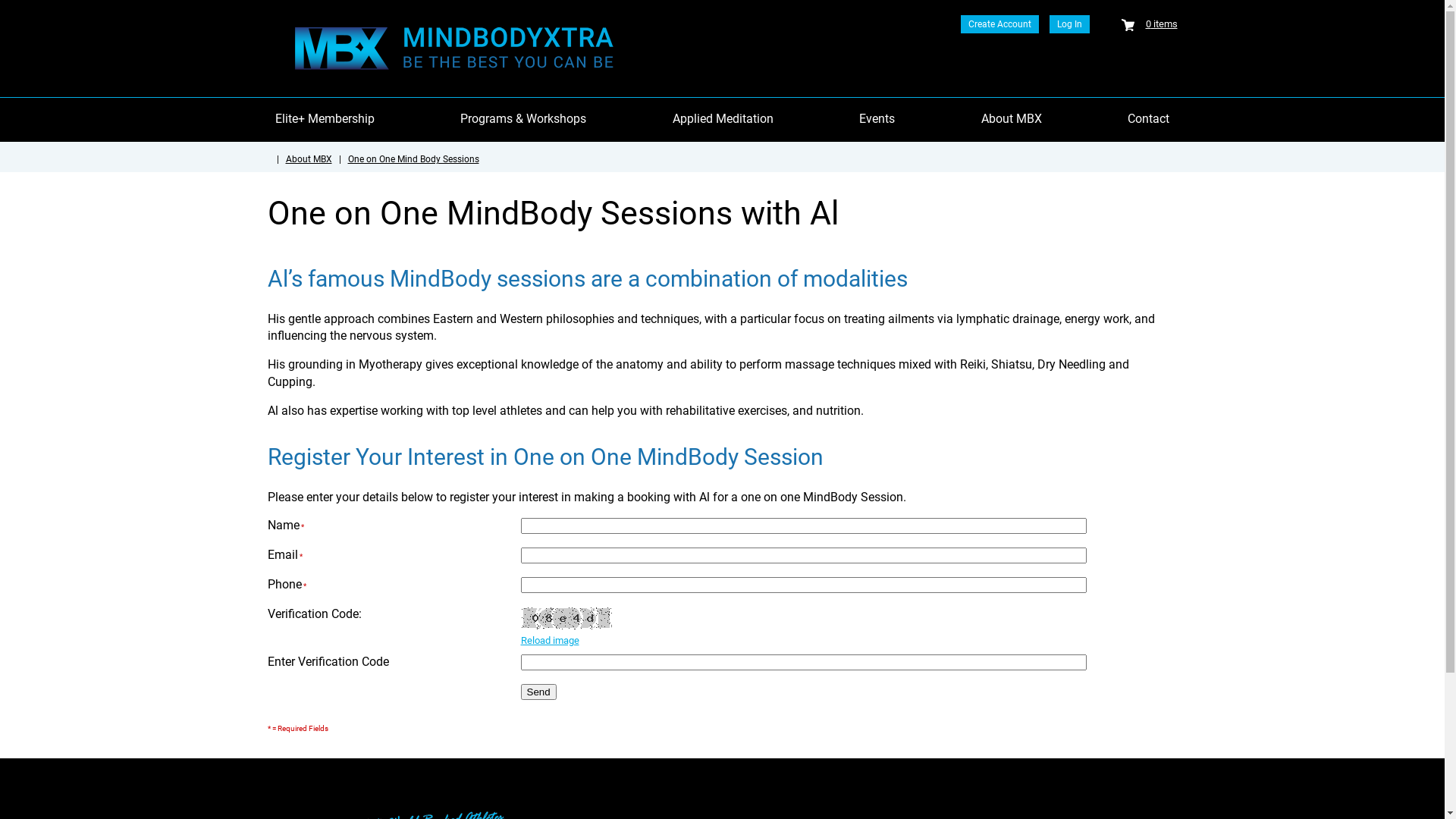  What do you see at coordinates (999, 24) in the screenshot?
I see `'Create Account'` at bounding box center [999, 24].